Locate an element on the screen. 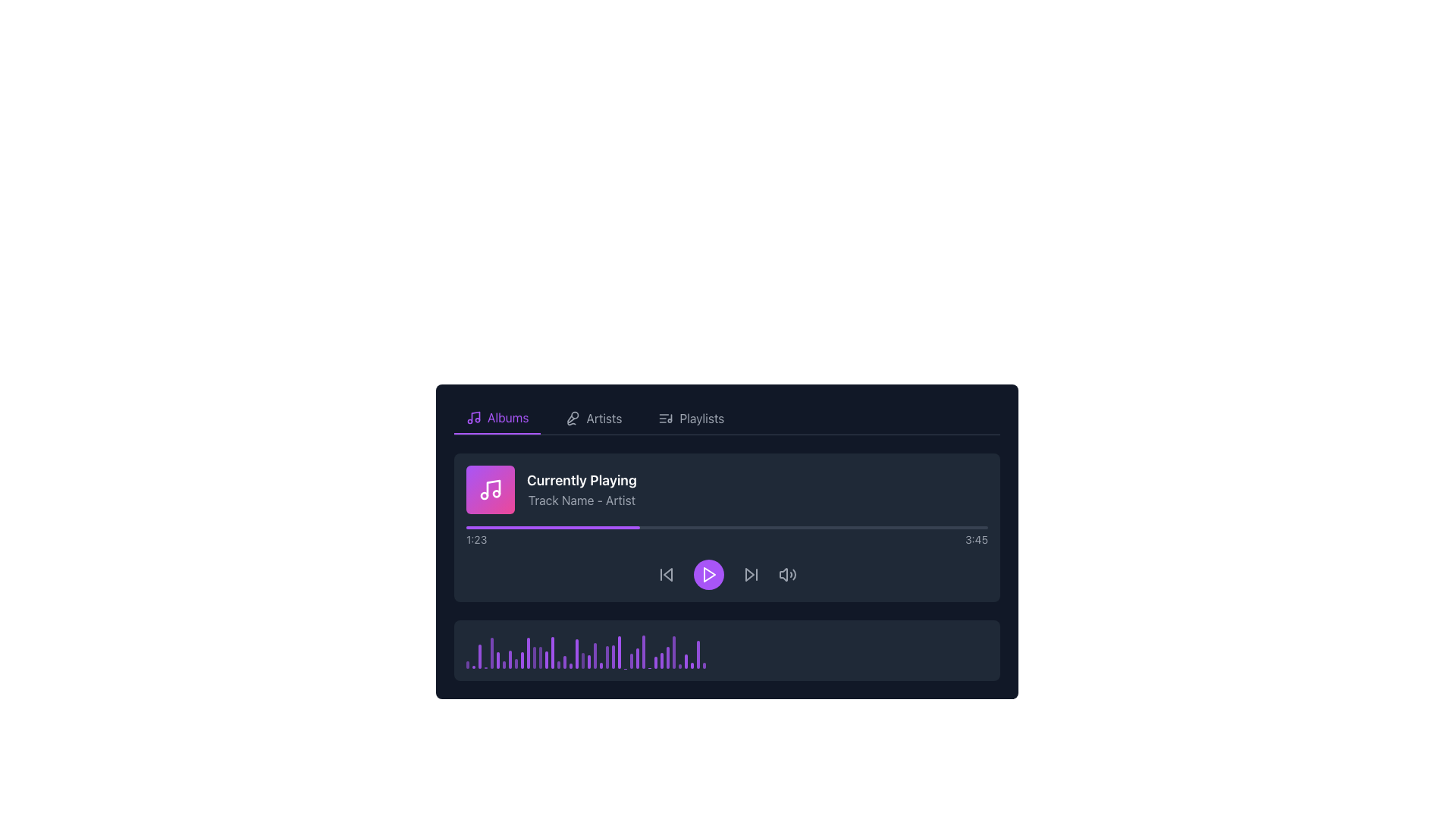 This screenshot has width=1456, height=819. the progress indicator segment of the music player interface, which visually represents the completion percentage of a track or process is located at coordinates (552, 526).